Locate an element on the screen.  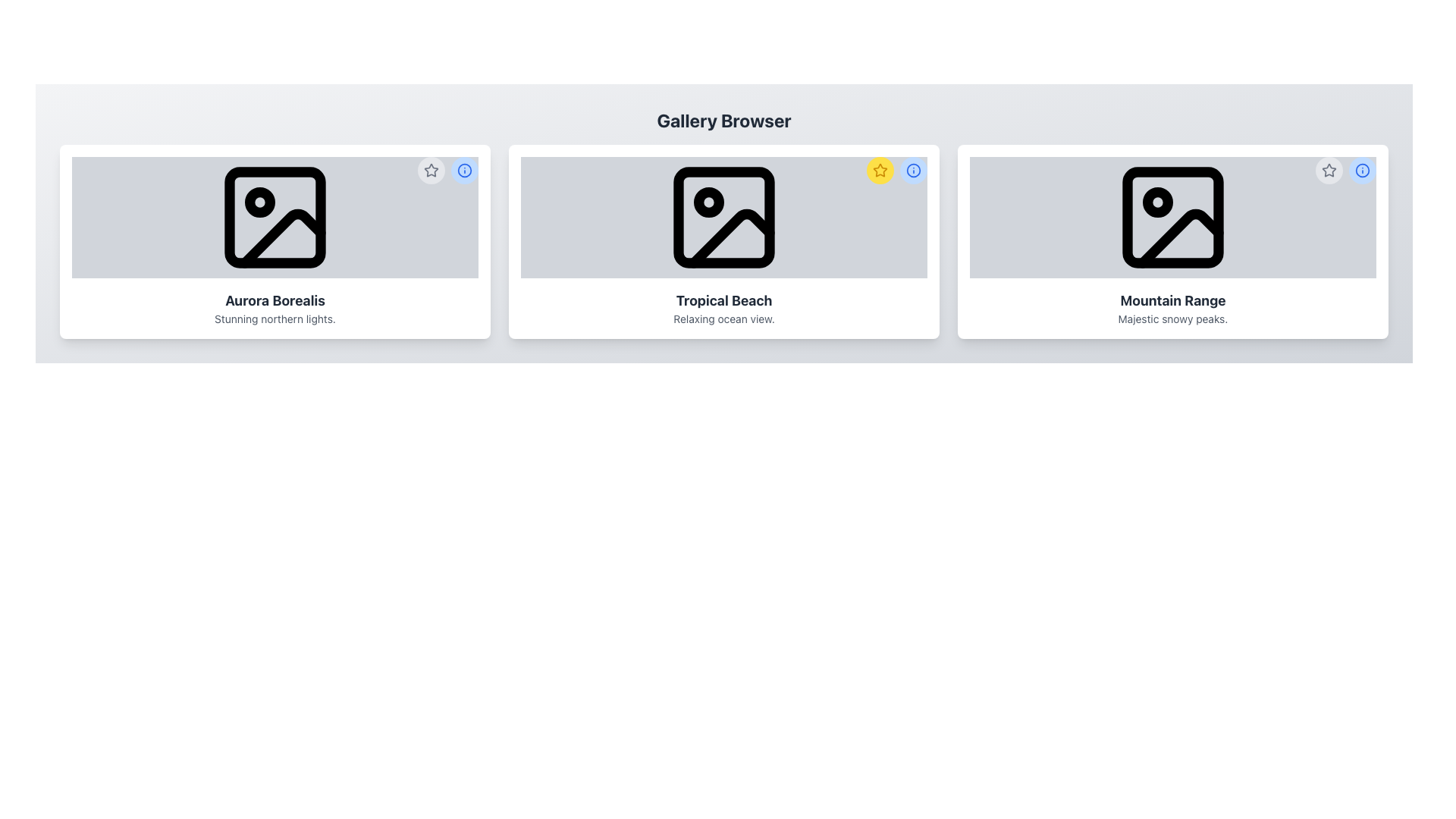
text from the text block titled 'Tropical Beach' which contains the description 'Relaxing ocean view.' located in the middle card of a set of three cards is located at coordinates (723, 308).